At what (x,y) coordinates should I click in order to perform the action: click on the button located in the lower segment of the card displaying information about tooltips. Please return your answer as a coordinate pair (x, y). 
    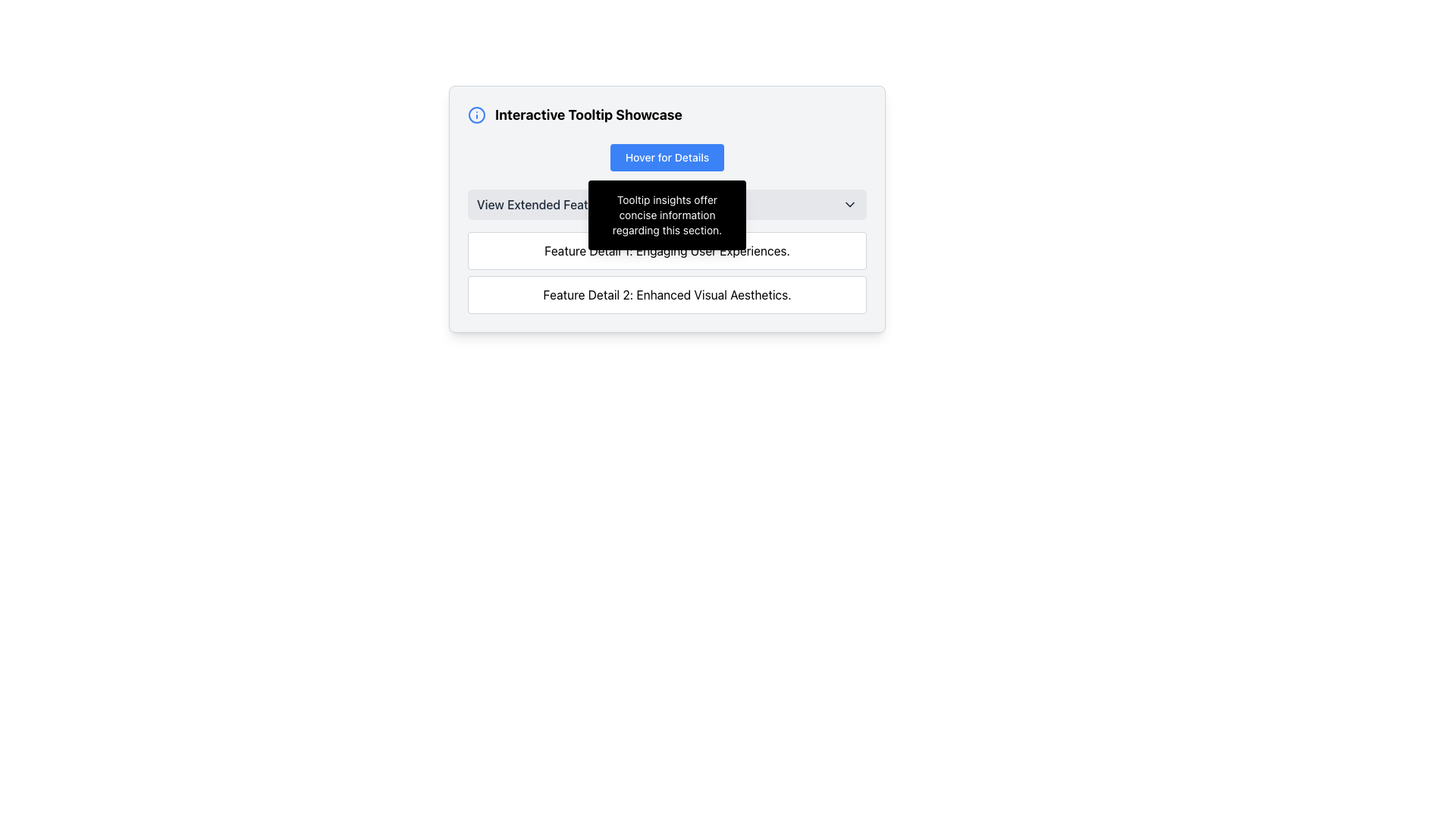
    Looking at the image, I should click on (667, 250).